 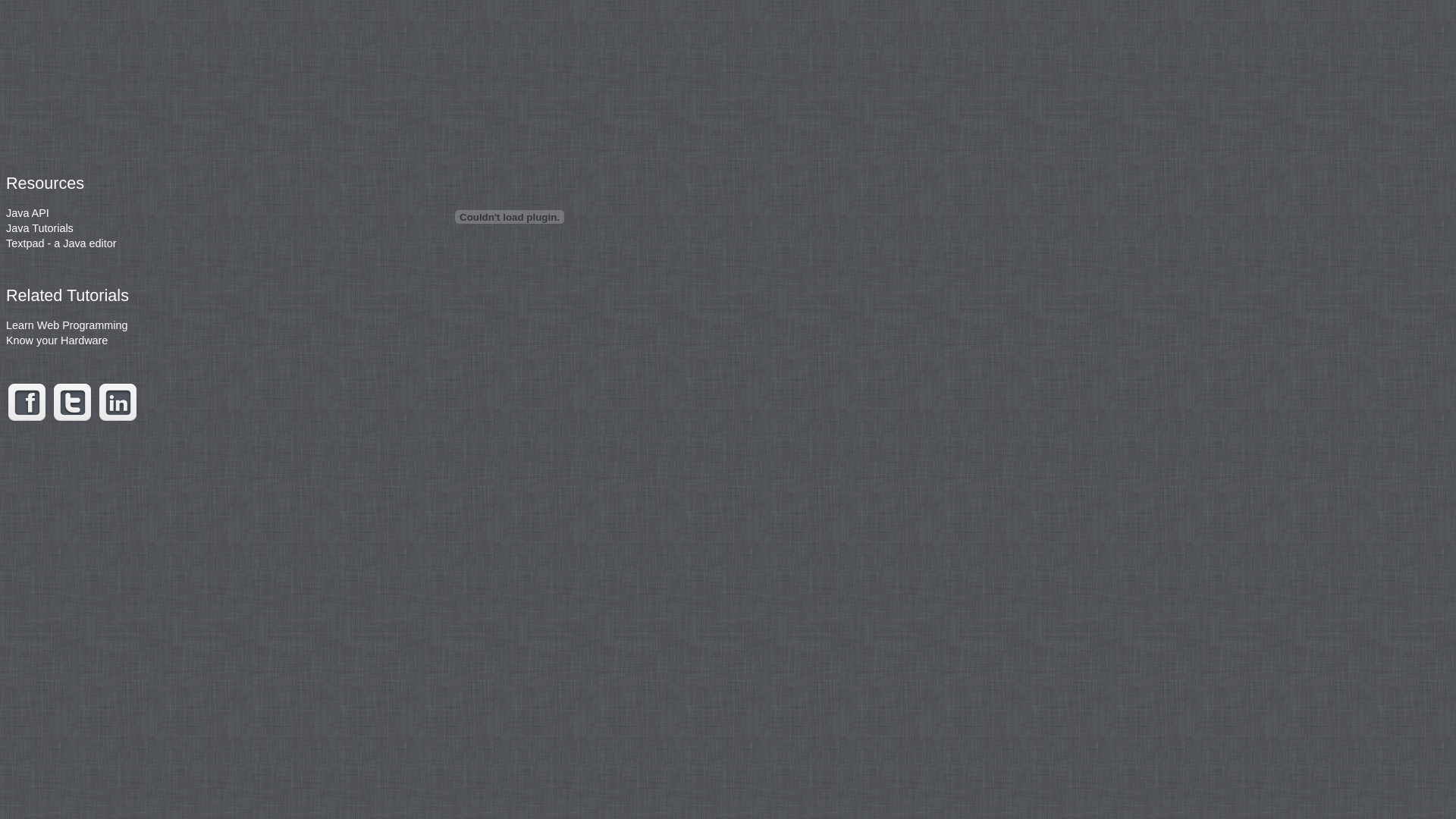 I want to click on 'Textpad - a Java editor', so click(x=61, y=242).